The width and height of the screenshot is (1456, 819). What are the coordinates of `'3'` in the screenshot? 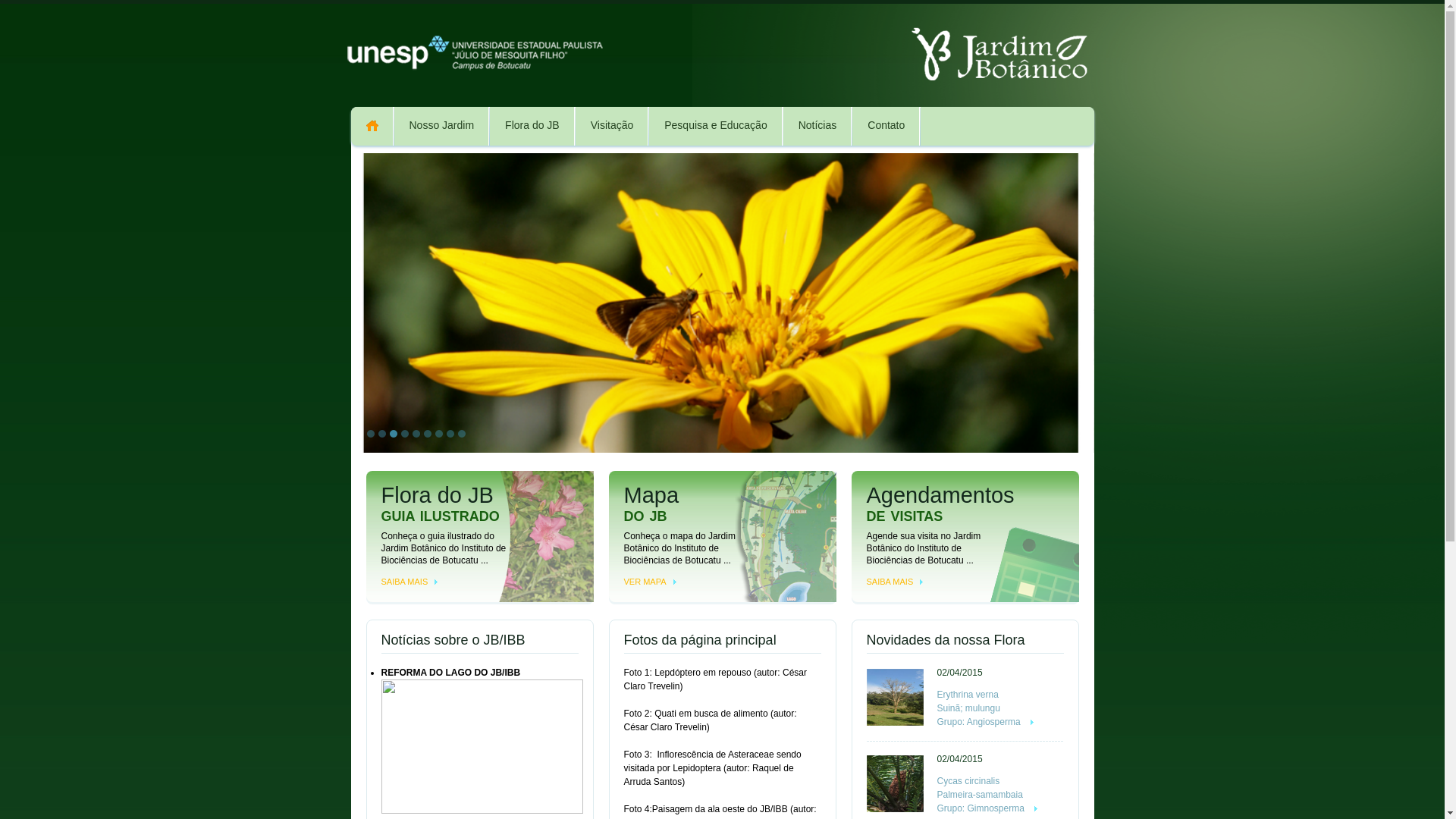 It's located at (393, 433).